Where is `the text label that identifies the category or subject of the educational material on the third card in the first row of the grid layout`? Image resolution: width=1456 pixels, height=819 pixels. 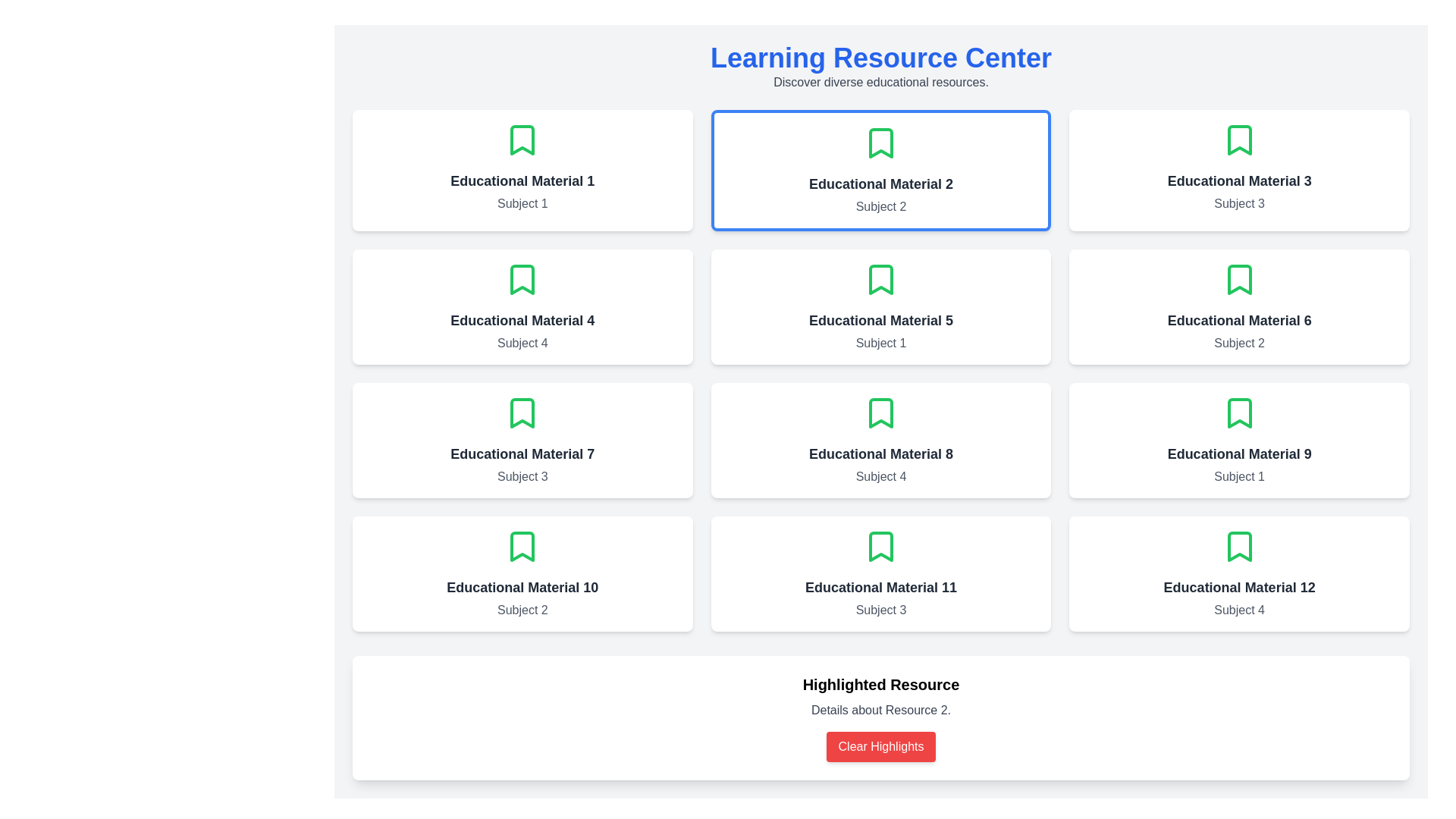
the text label that identifies the category or subject of the educational material on the third card in the first row of the grid layout is located at coordinates (1239, 203).